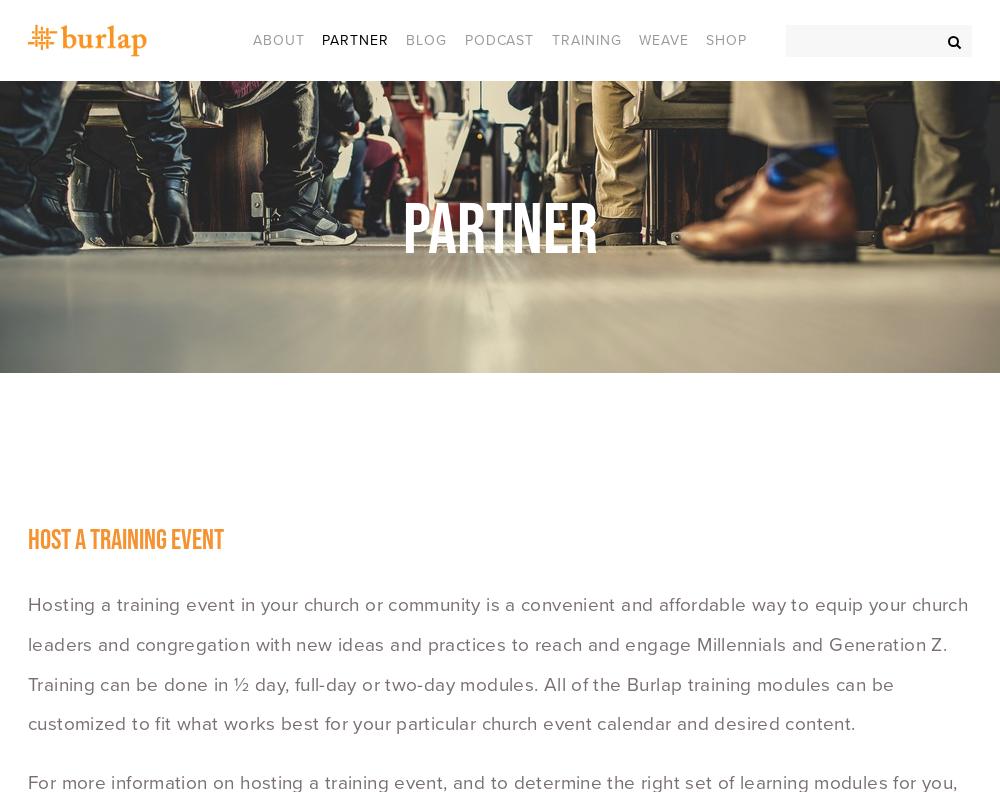  Describe the element at coordinates (278, 38) in the screenshot. I see `'About'` at that location.